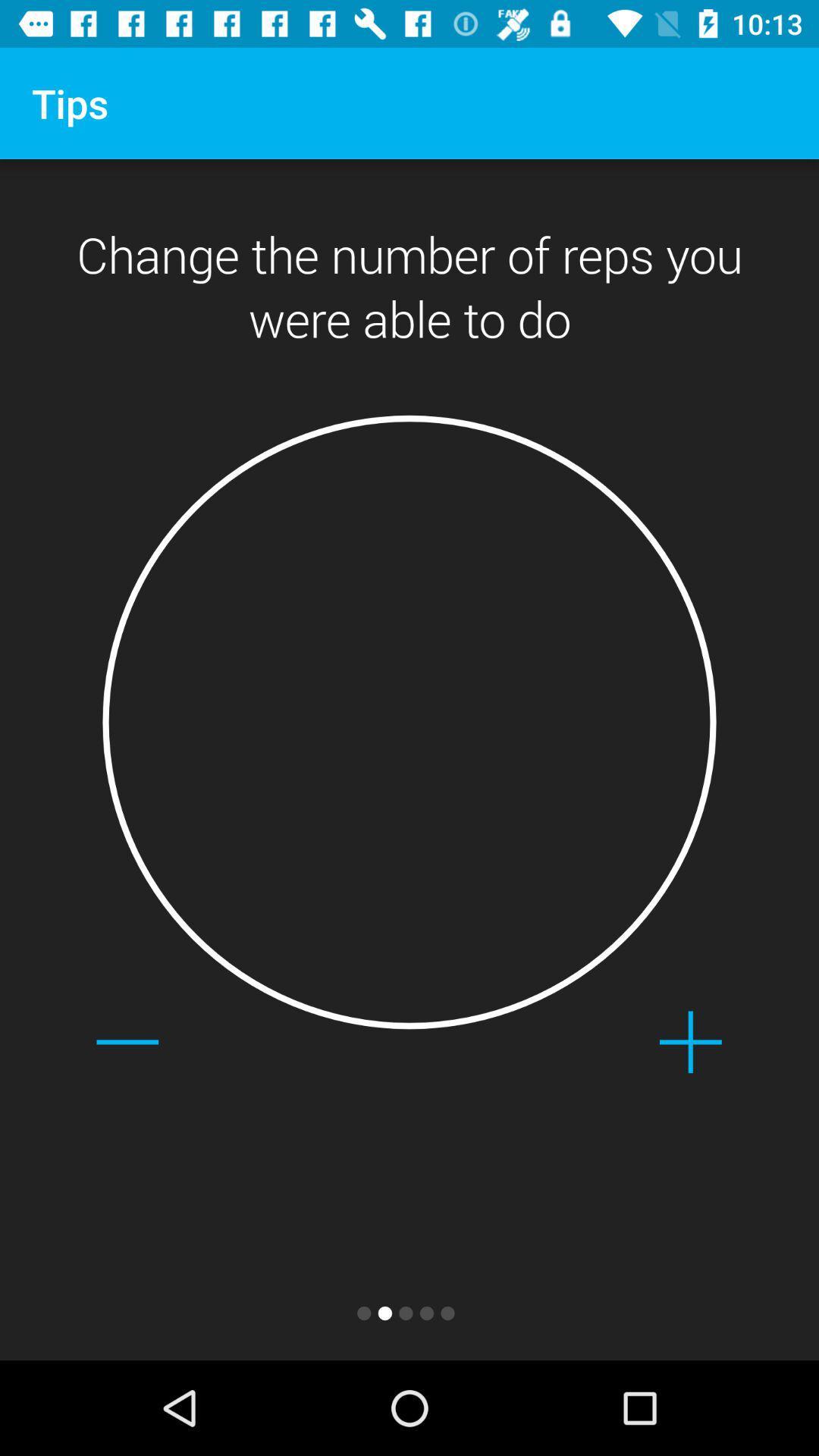 The width and height of the screenshot is (819, 1456). Describe the element at coordinates (690, 1041) in the screenshot. I see `icon below change the number item` at that location.